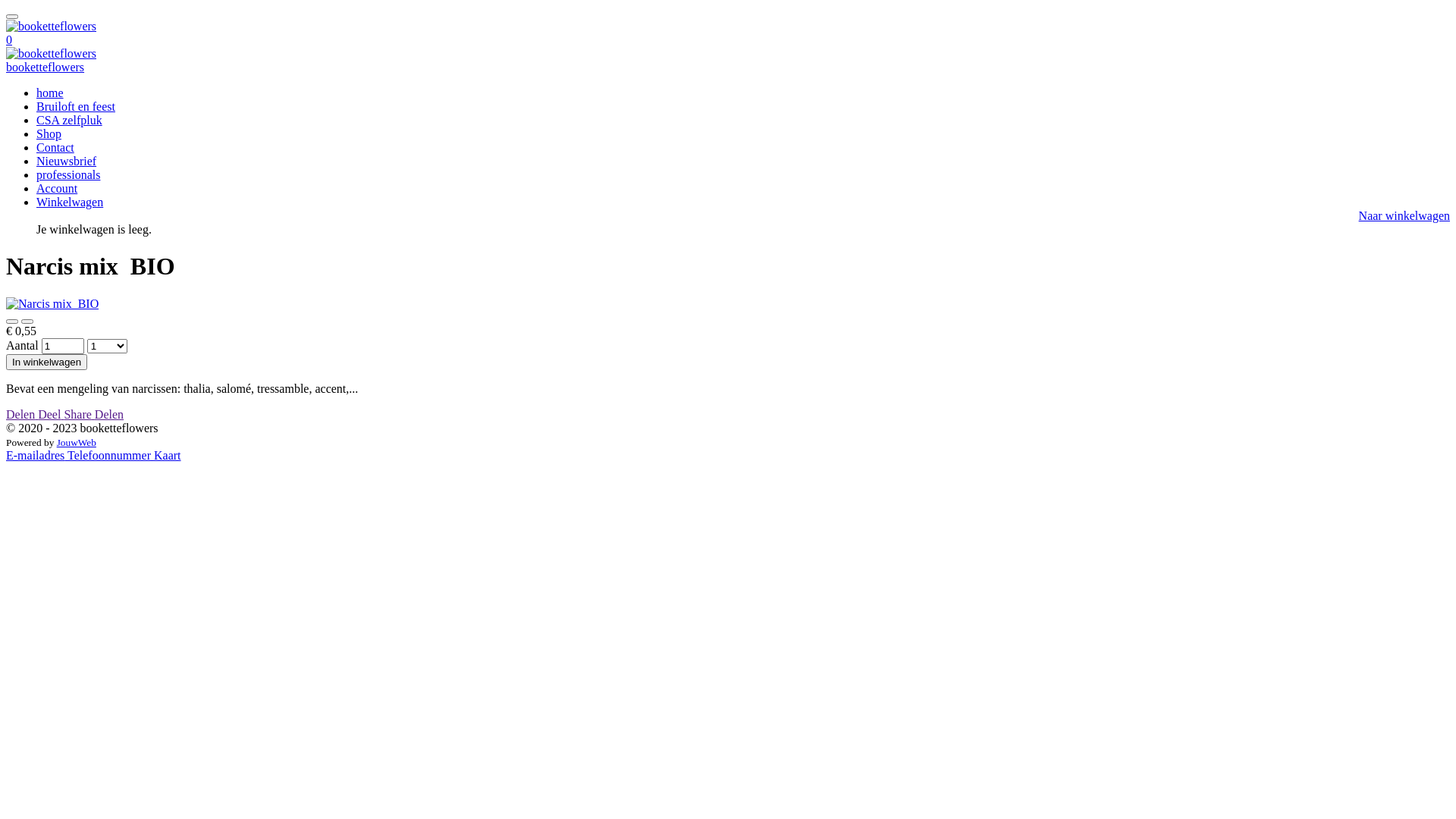 The width and height of the screenshot is (1456, 819). What do you see at coordinates (78, 414) in the screenshot?
I see `'Share'` at bounding box center [78, 414].